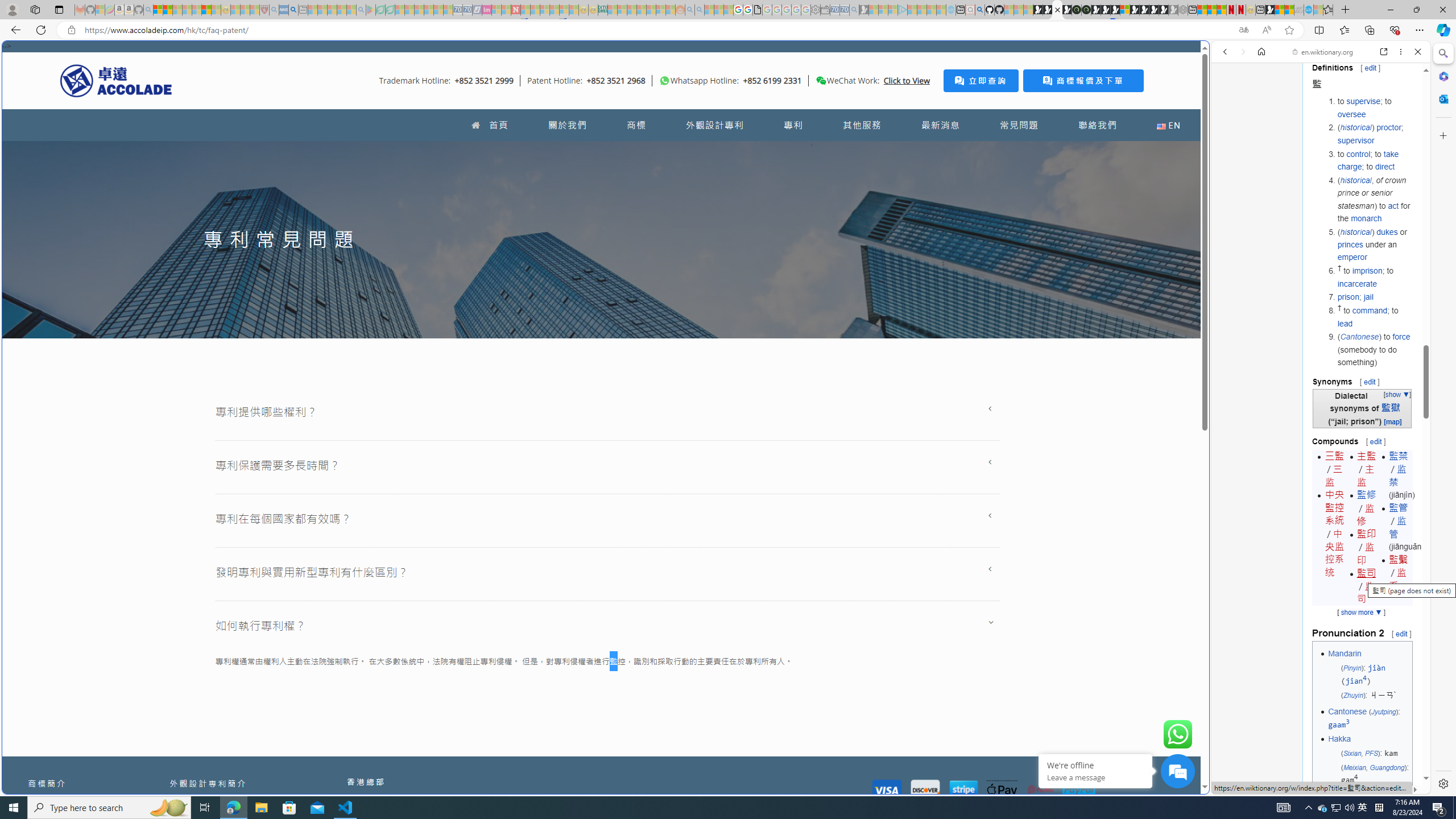  What do you see at coordinates (283, 9) in the screenshot?
I see `'NCL Adult Asthma Inhaler Choice Guideline - Sleeping'` at bounding box center [283, 9].